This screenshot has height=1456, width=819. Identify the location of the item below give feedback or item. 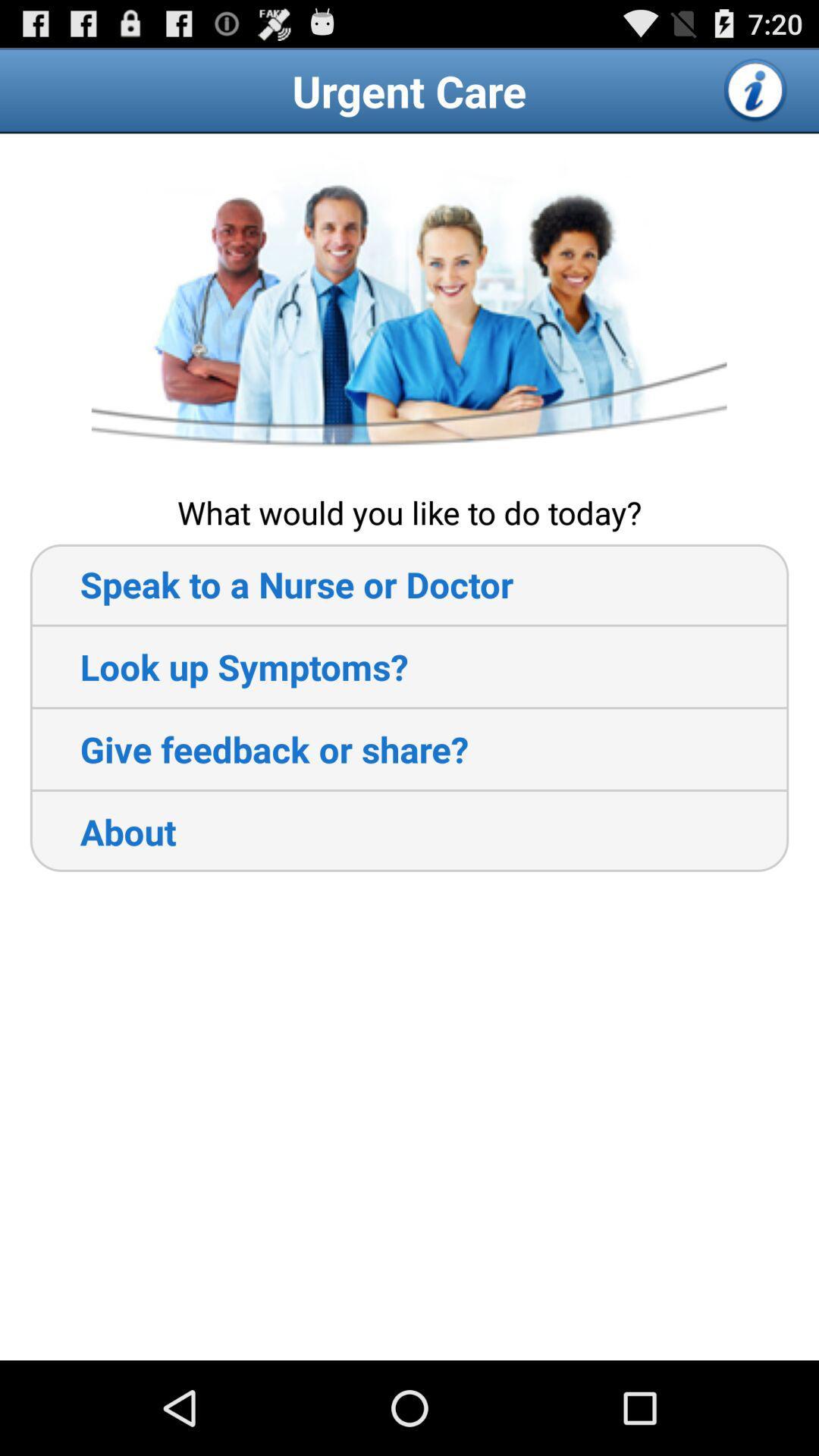
(102, 830).